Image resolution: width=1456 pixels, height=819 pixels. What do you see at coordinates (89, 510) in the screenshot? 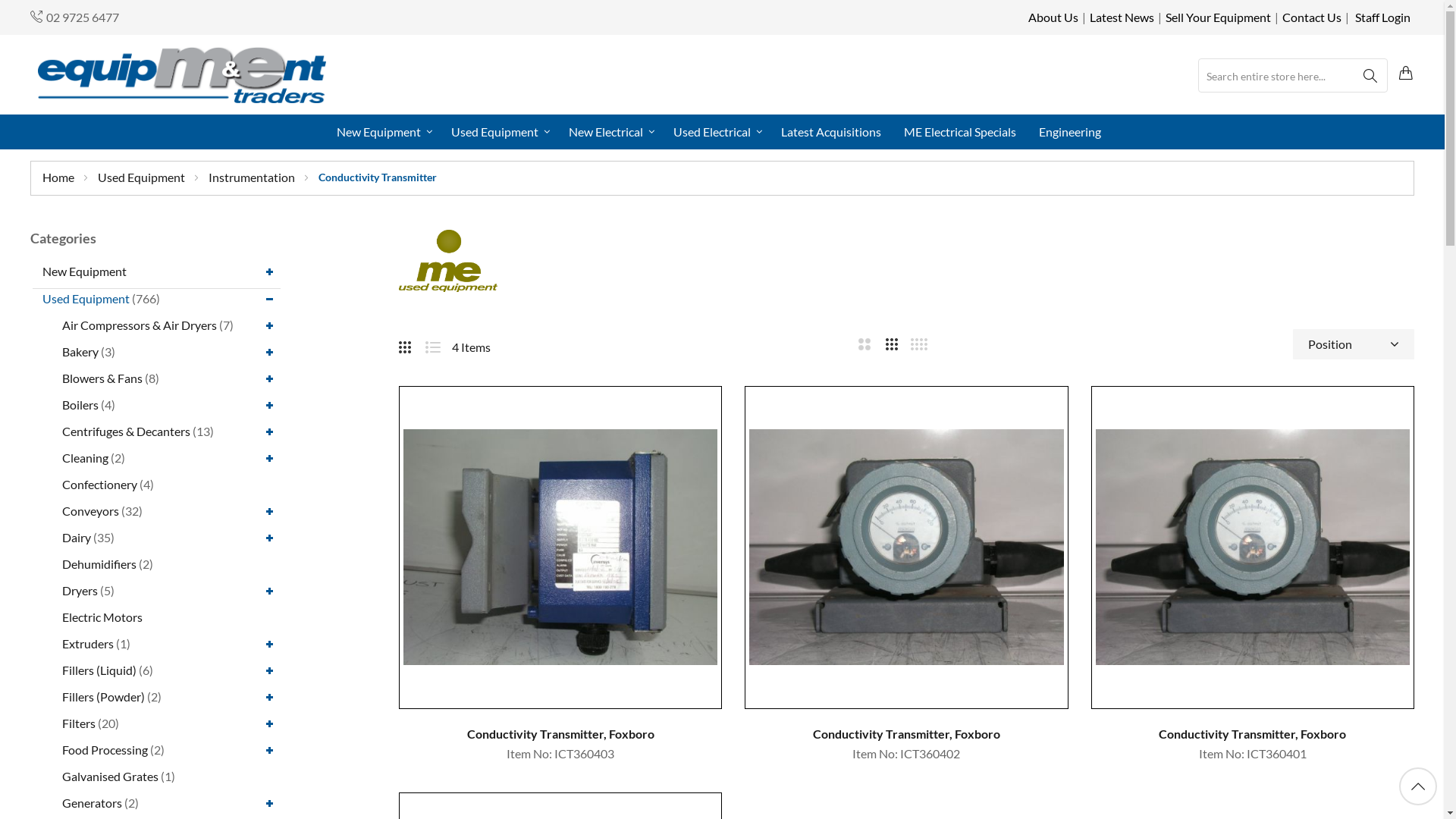
I see `'Conveyors'` at bounding box center [89, 510].